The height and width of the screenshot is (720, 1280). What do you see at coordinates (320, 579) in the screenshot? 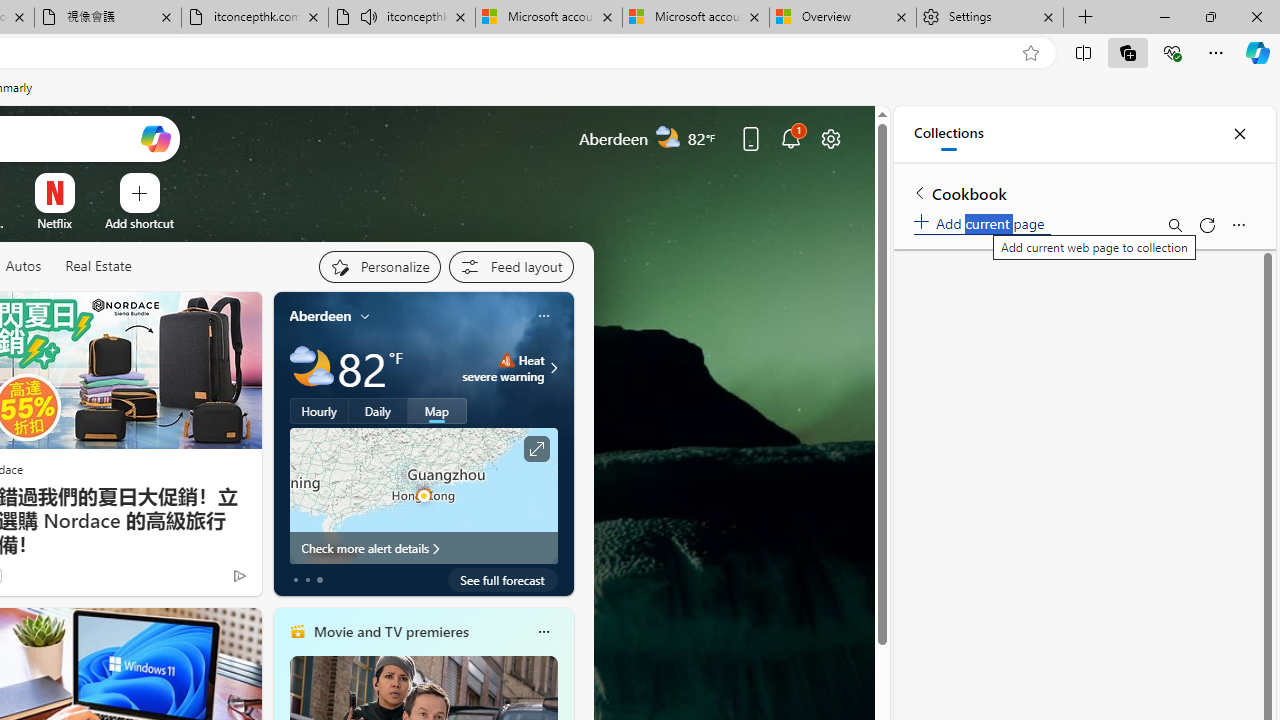
I see `'tab-2'` at bounding box center [320, 579].